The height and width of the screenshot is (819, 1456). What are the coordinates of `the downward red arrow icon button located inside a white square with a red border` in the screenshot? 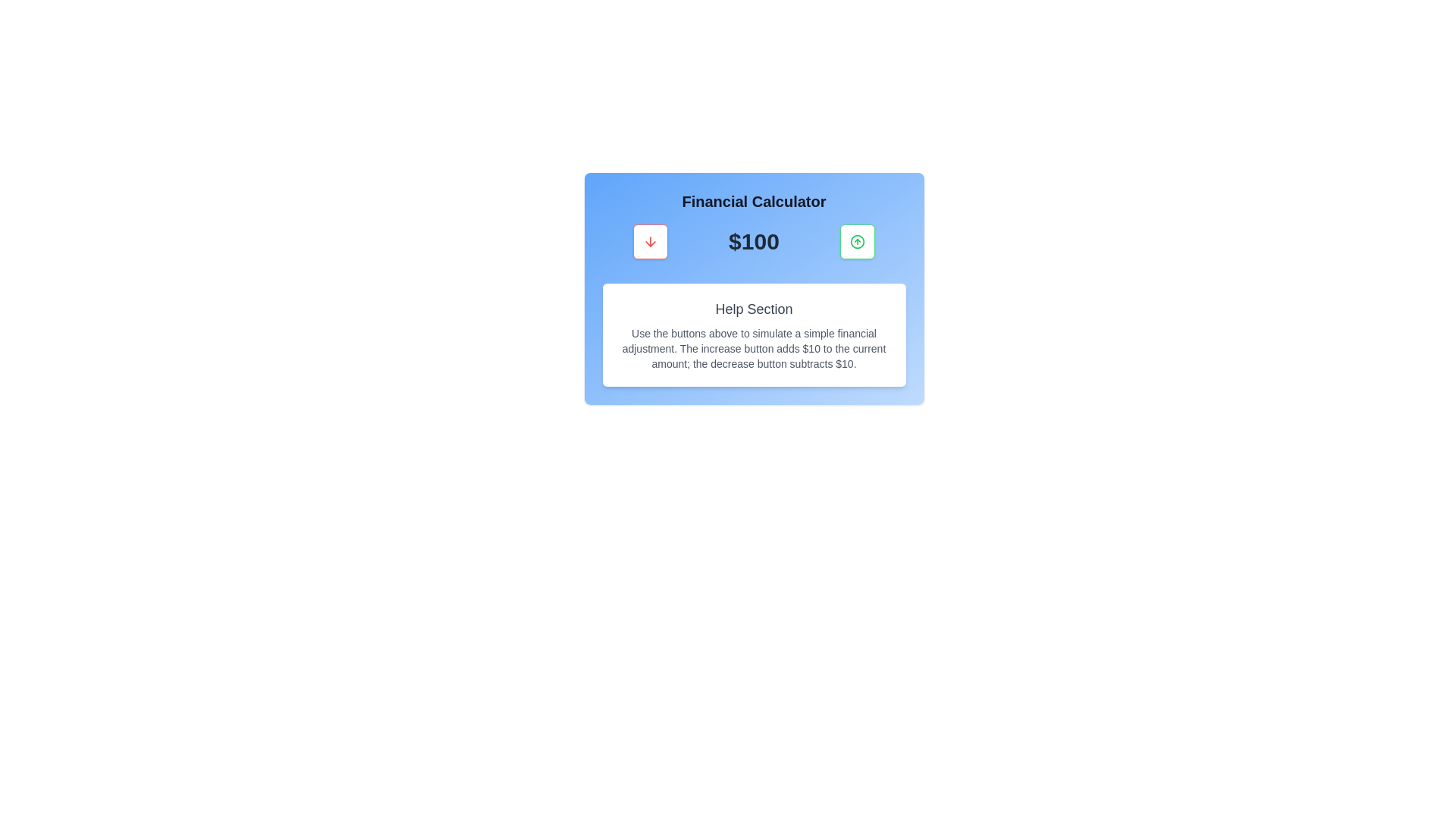 It's located at (650, 241).